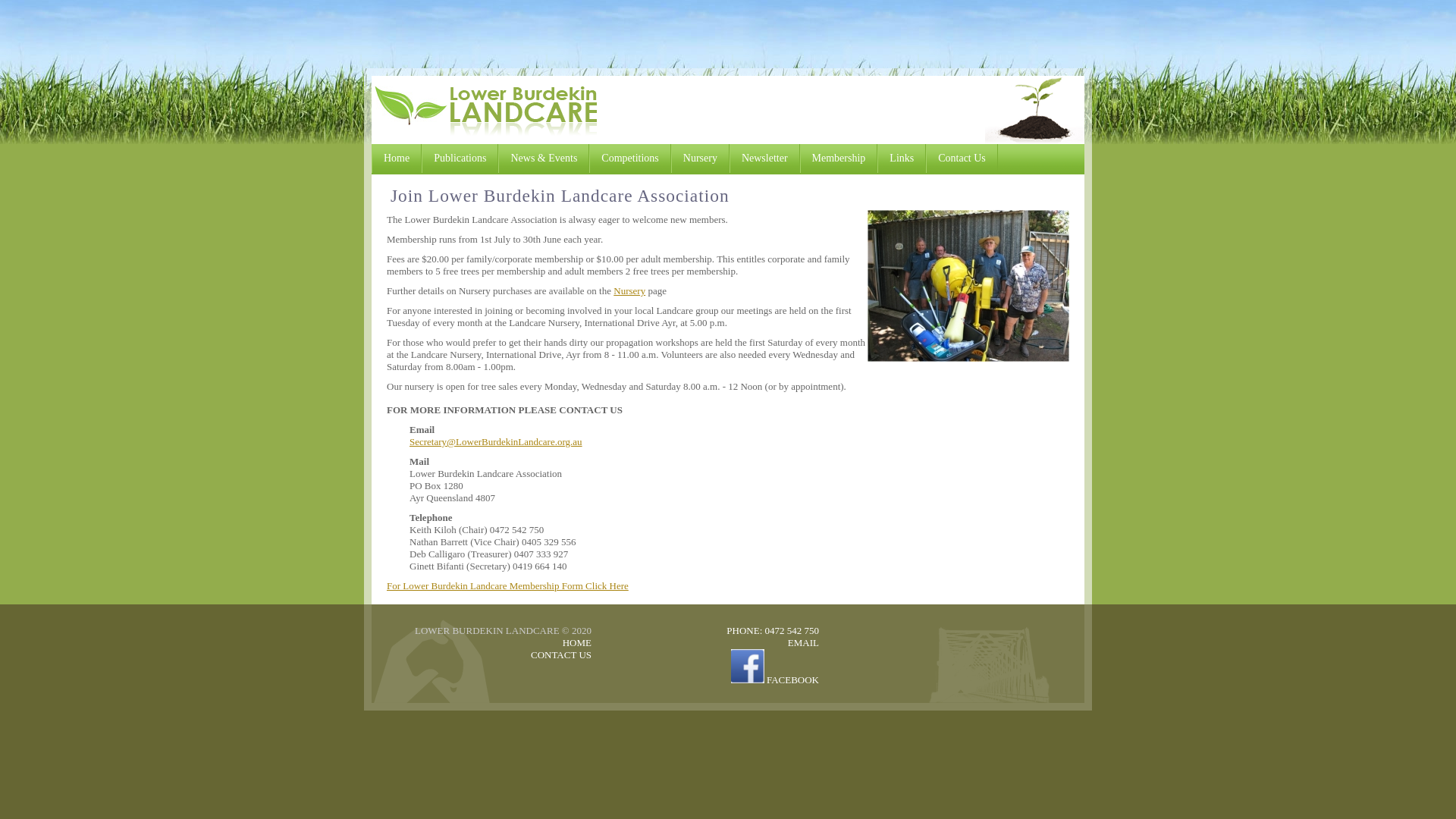 This screenshot has width=1456, height=819. I want to click on 'Home', so click(397, 158).